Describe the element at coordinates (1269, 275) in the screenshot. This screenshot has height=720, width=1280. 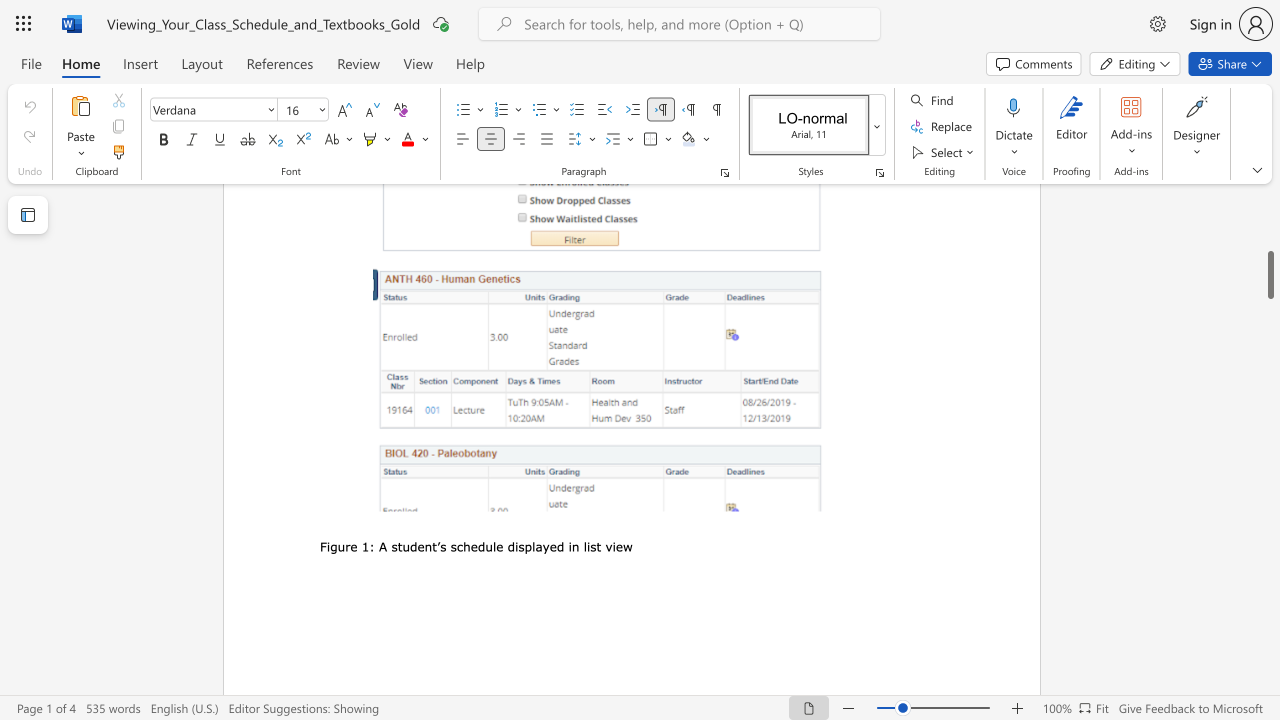
I see `the scrollbar and move down 2040 pixels` at that location.